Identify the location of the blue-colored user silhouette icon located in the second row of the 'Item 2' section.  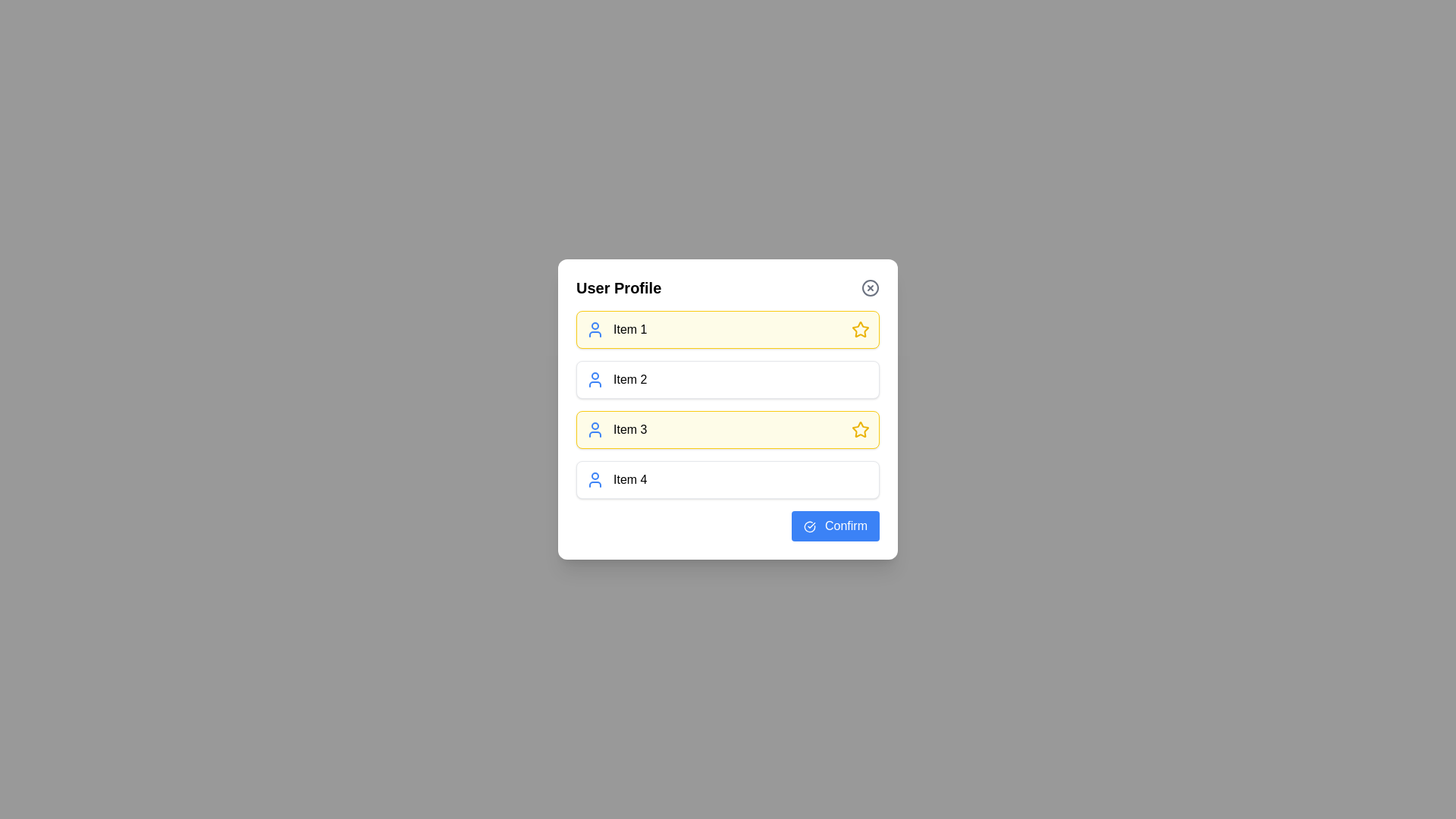
(595, 379).